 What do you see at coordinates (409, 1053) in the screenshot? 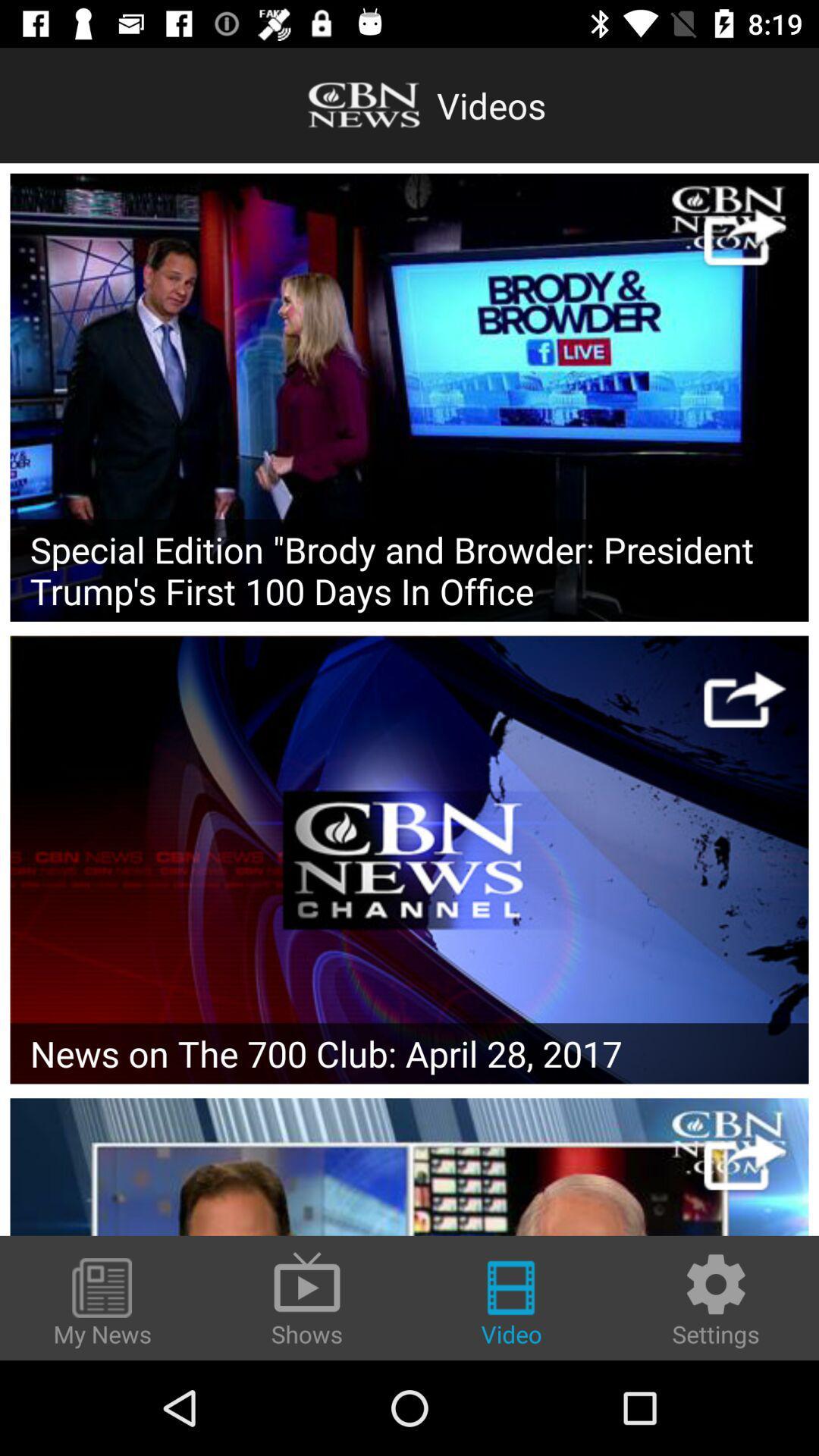
I see `the news on the icon` at bounding box center [409, 1053].